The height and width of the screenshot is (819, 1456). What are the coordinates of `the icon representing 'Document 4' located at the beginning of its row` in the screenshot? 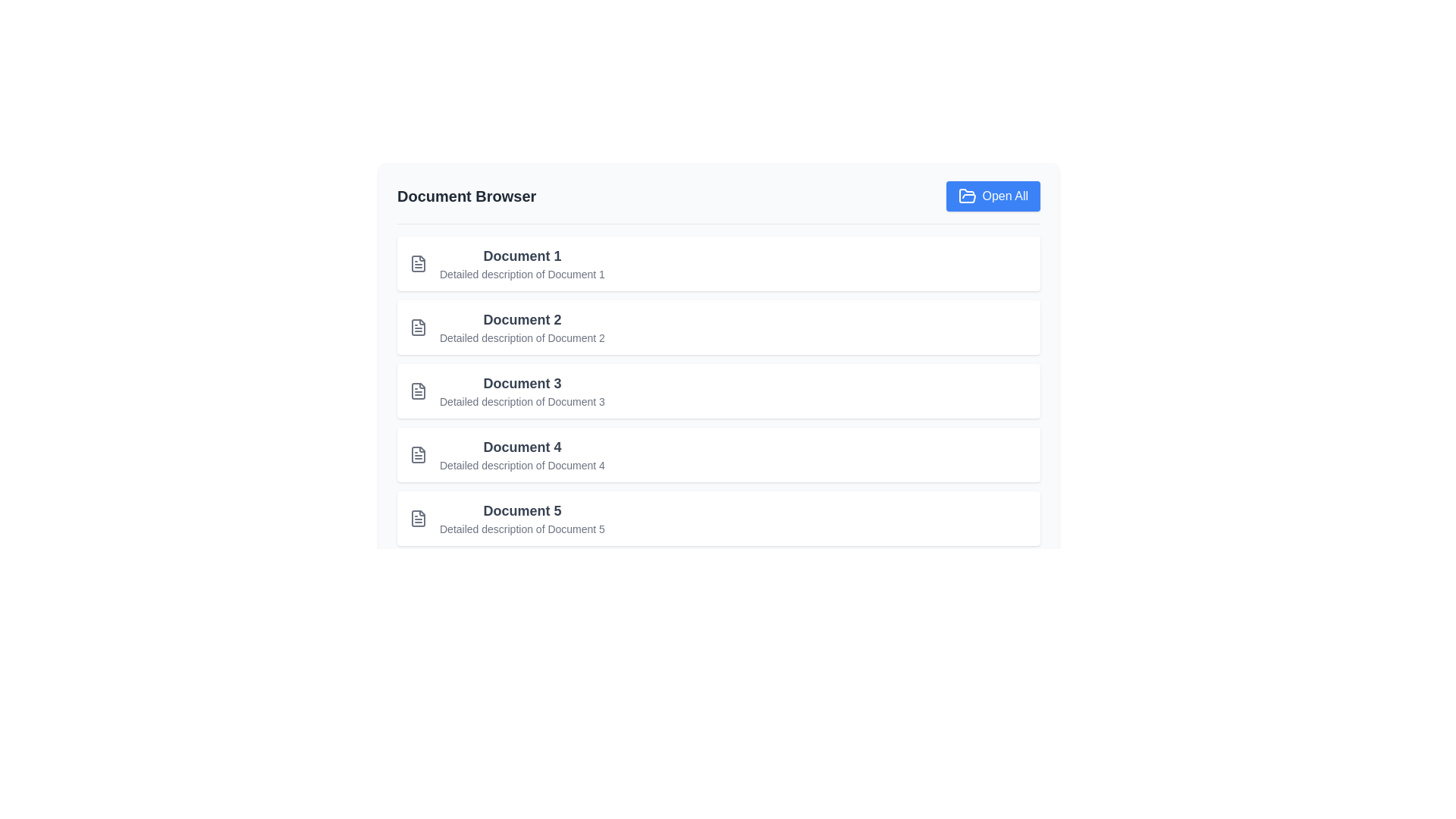 It's located at (419, 454).